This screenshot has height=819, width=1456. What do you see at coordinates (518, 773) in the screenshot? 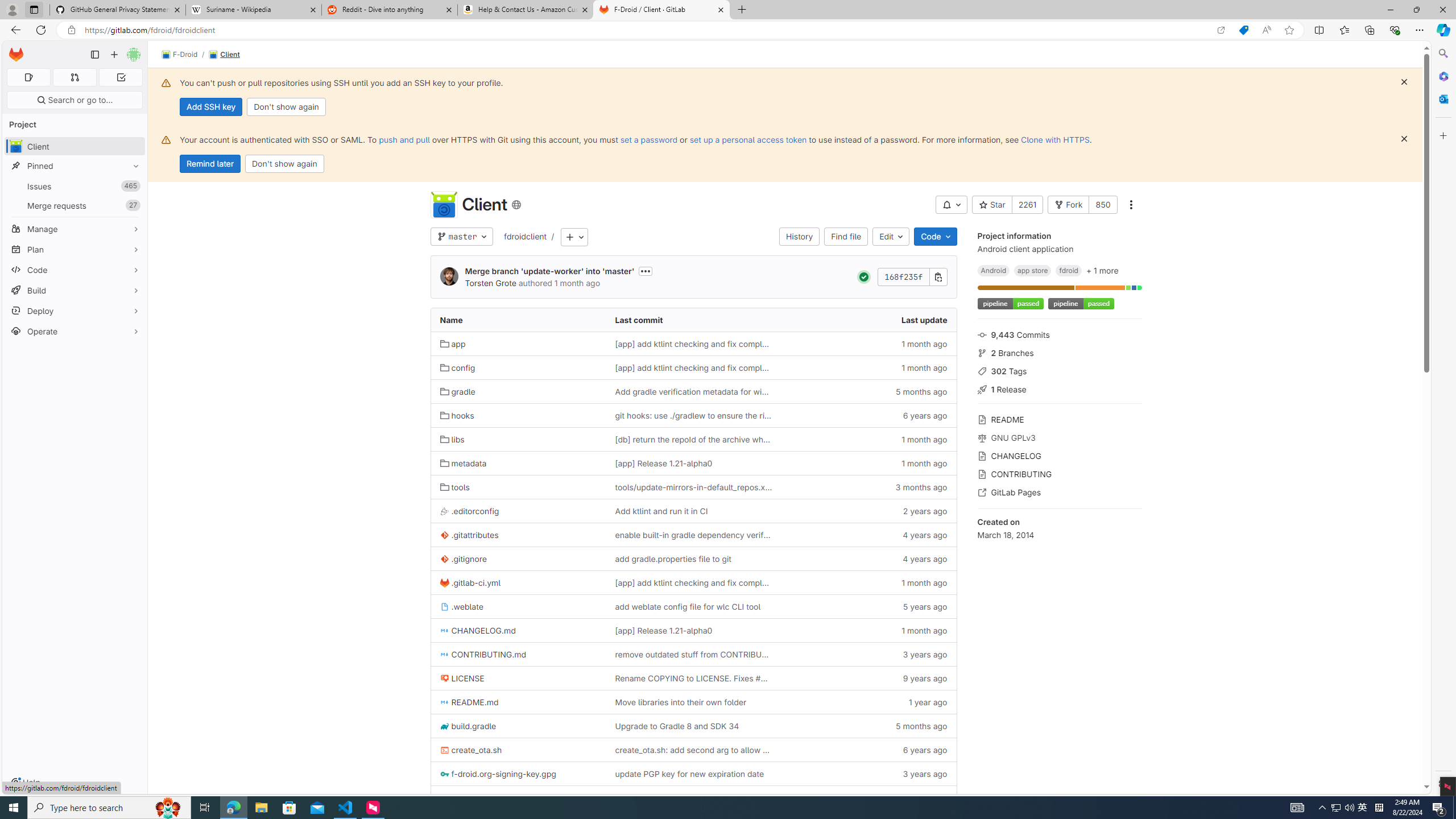
I see `'f-droid.org-signing-key.gpg'` at bounding box center [518, 773].